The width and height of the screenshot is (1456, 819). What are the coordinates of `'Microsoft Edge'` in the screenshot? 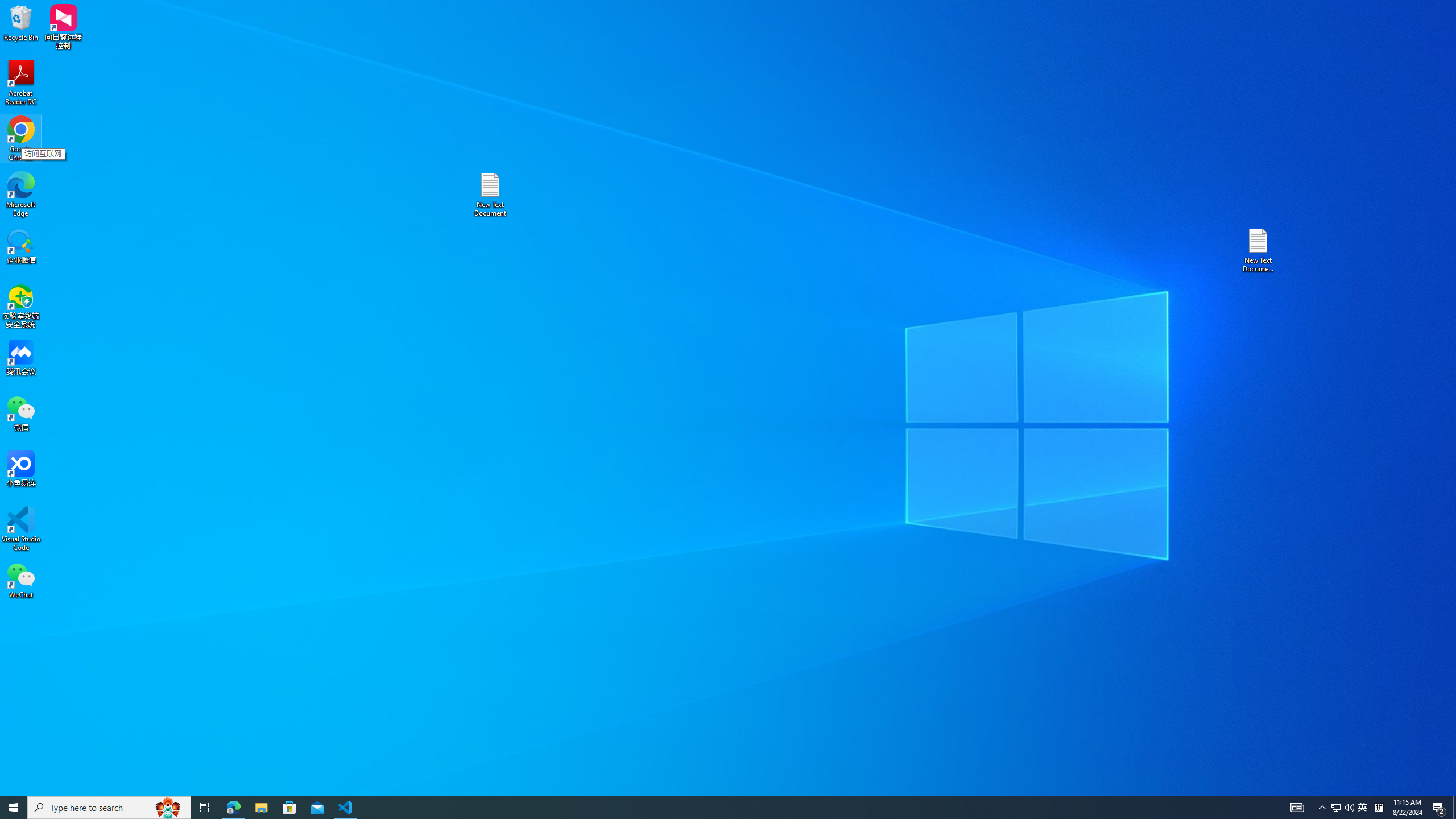 It's located at (20, 194).